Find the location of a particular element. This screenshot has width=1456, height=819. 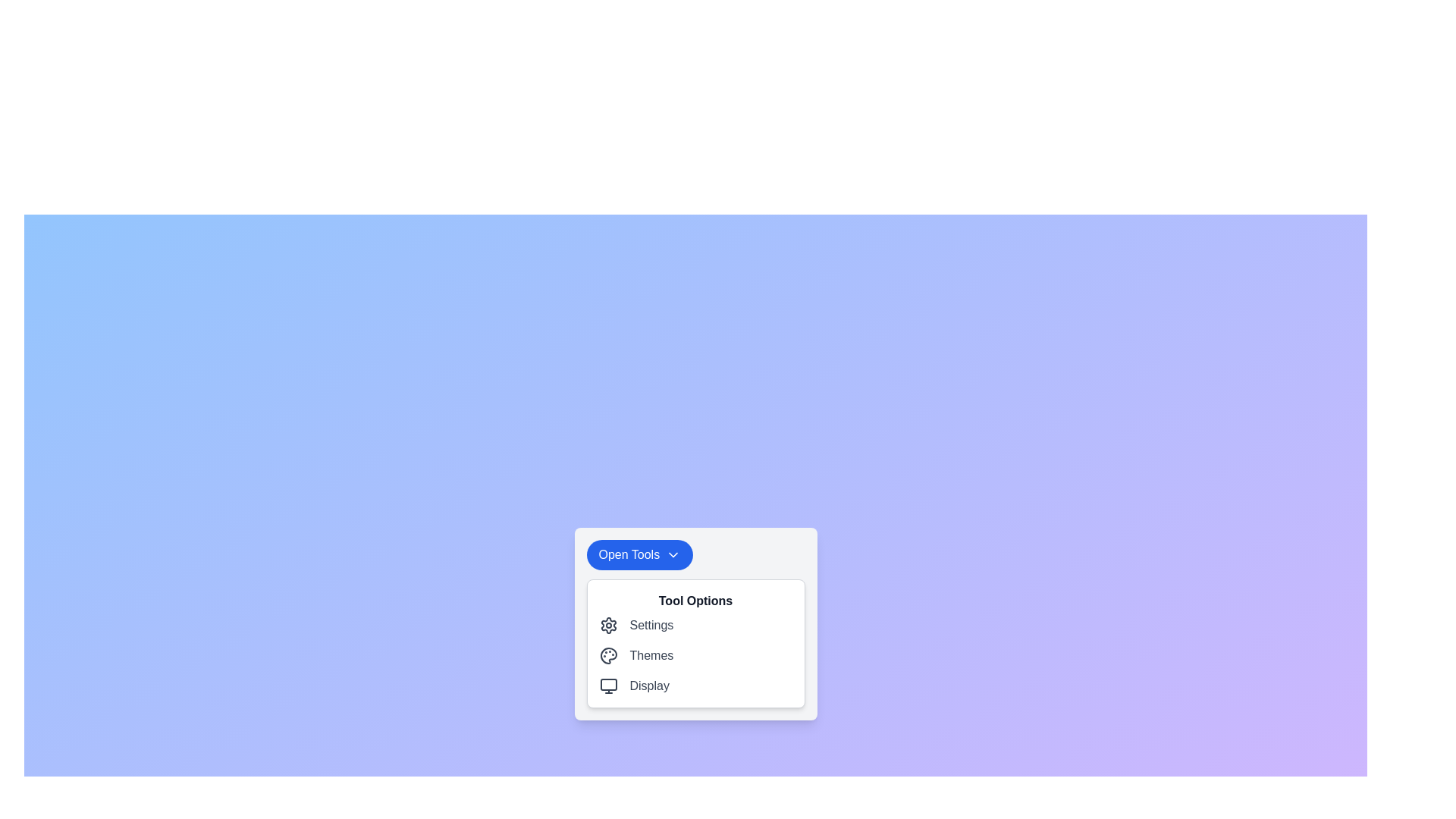

the 'Display' label text element, which is styled in gray and located at the bottom of the 'Tool Options' group in the pop-up menu is located at coordinates (649, 686).